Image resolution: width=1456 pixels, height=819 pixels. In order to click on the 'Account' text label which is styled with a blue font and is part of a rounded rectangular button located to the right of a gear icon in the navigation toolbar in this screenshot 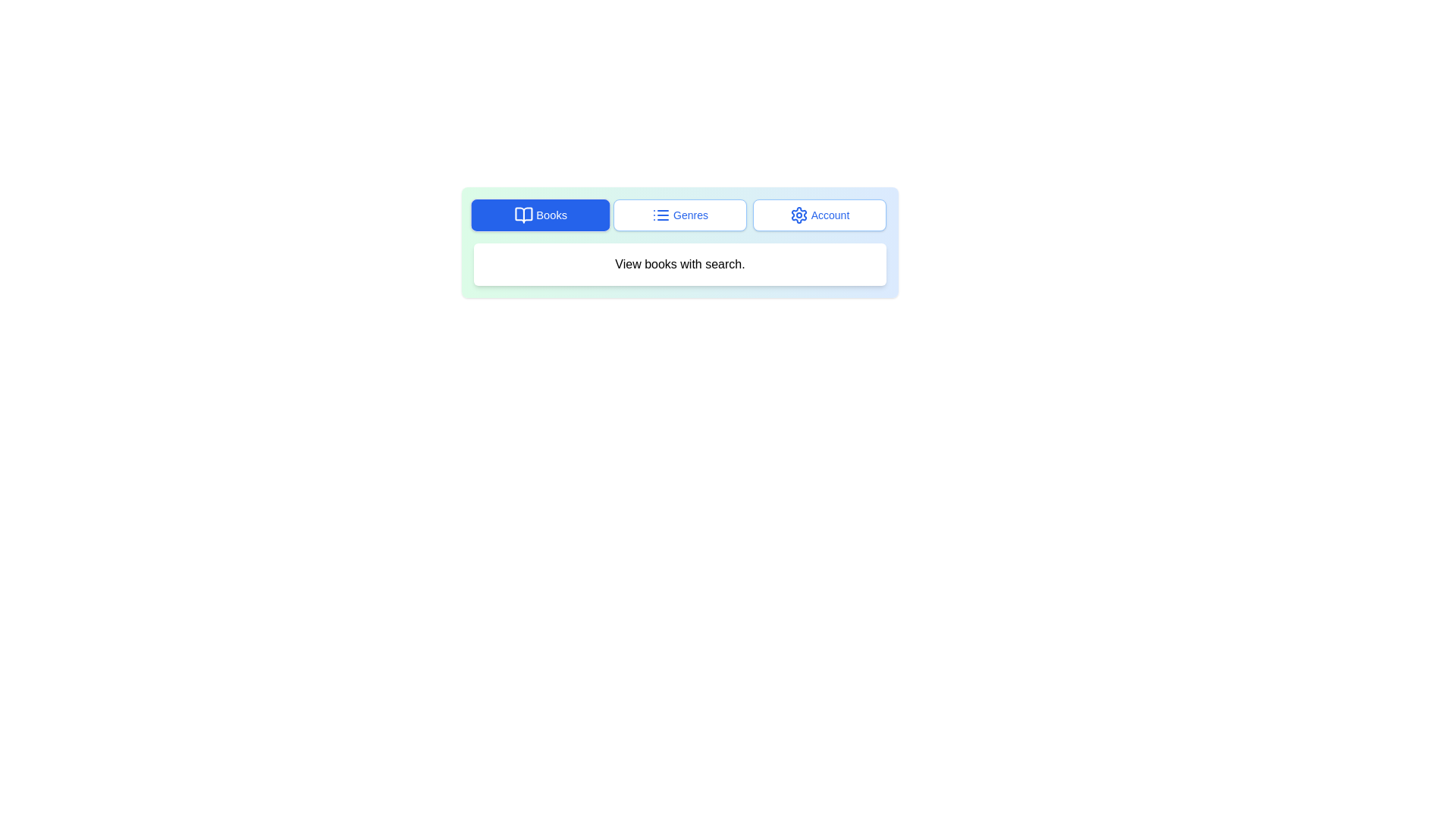, I will do `click(829, 215)`.